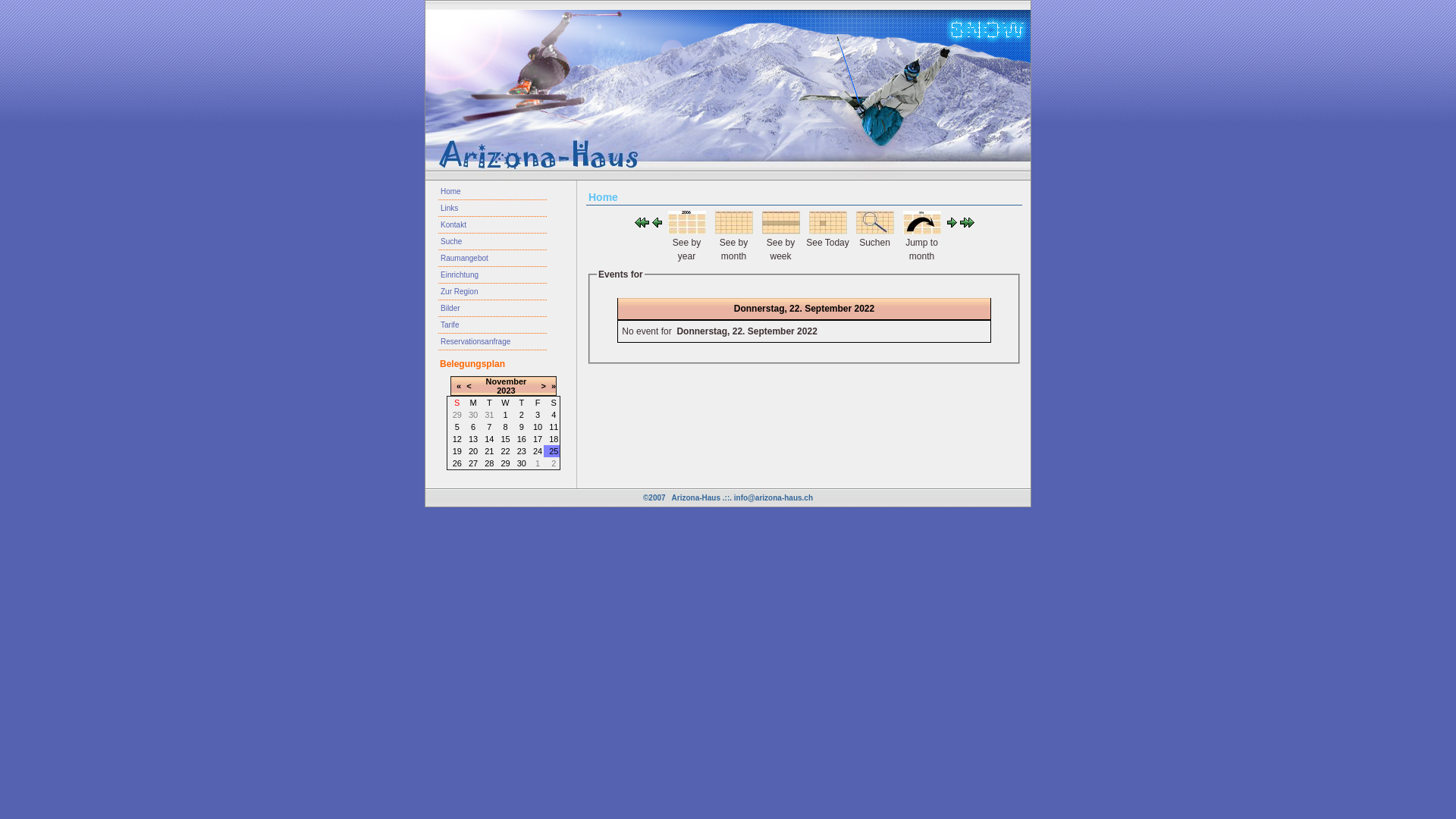 The width and height of the screenshot is (1456, 819). I want to click on '24', so click(538, 450).